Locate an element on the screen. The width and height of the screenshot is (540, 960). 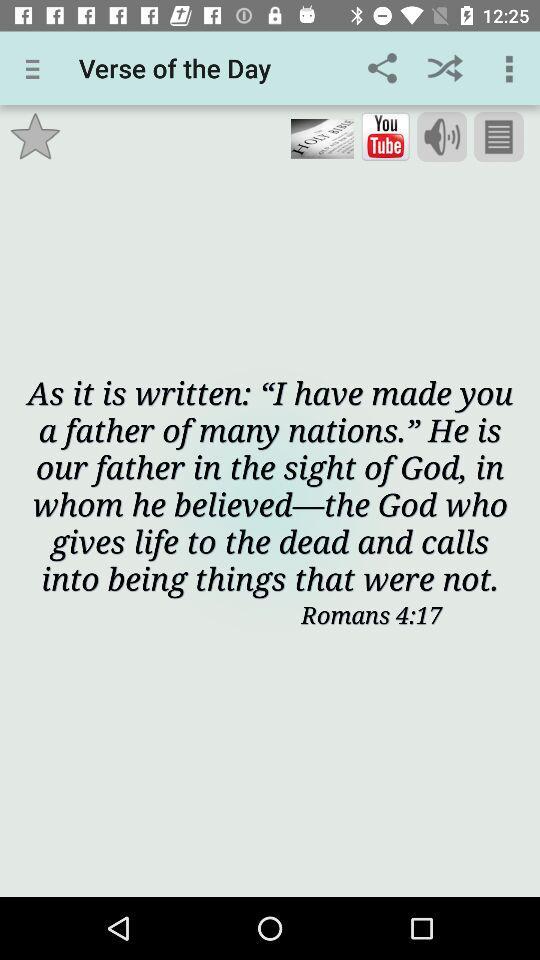
the item next to the verse of the is located at coordinates (382, 68).